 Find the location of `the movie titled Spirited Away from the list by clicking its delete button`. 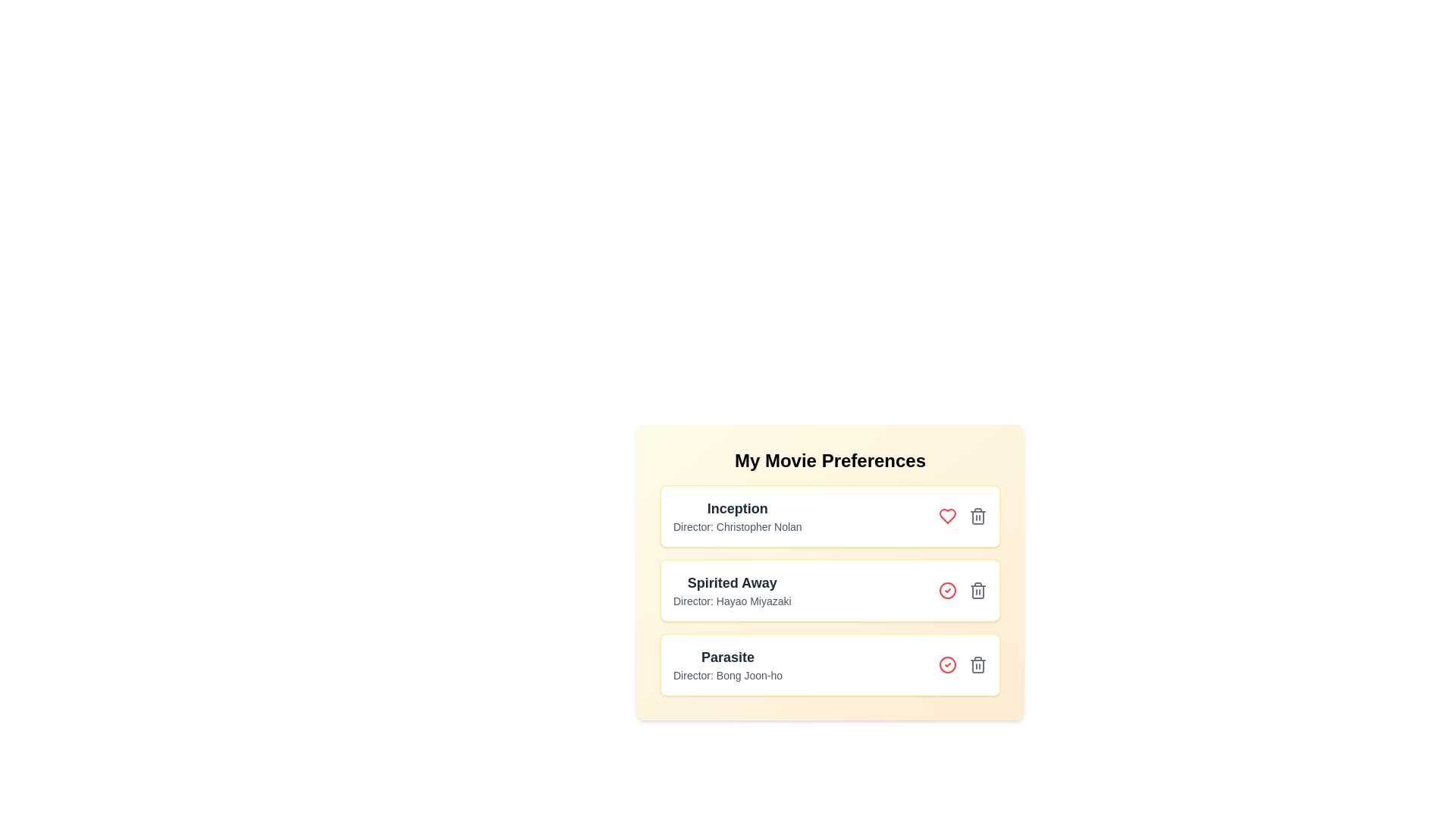

the movie titled Spirited Away from the list by clicking its delete button is located at coordinates (978, 590).